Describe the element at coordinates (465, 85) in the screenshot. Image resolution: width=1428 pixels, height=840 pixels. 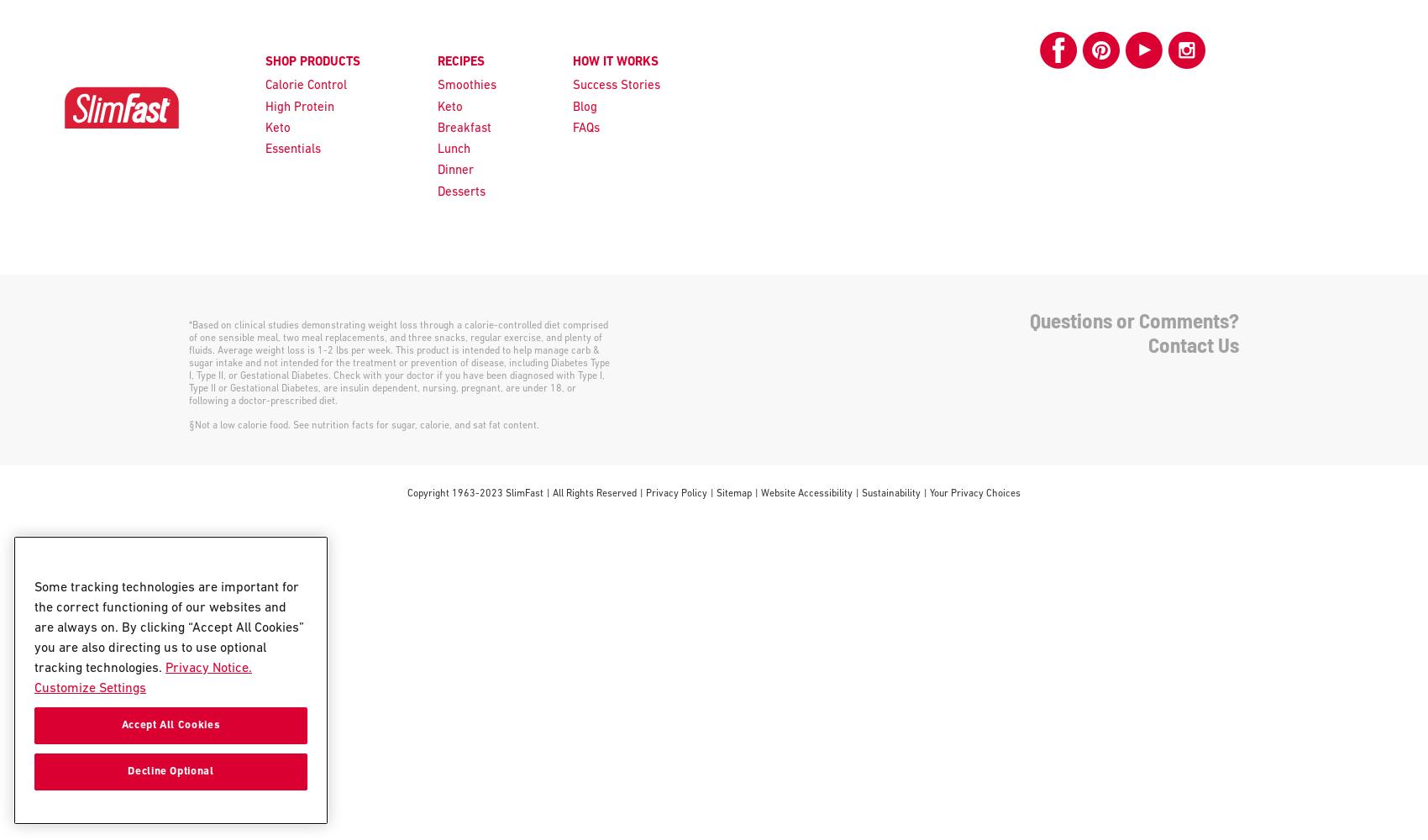
I see `'Smoothies'` at that location.